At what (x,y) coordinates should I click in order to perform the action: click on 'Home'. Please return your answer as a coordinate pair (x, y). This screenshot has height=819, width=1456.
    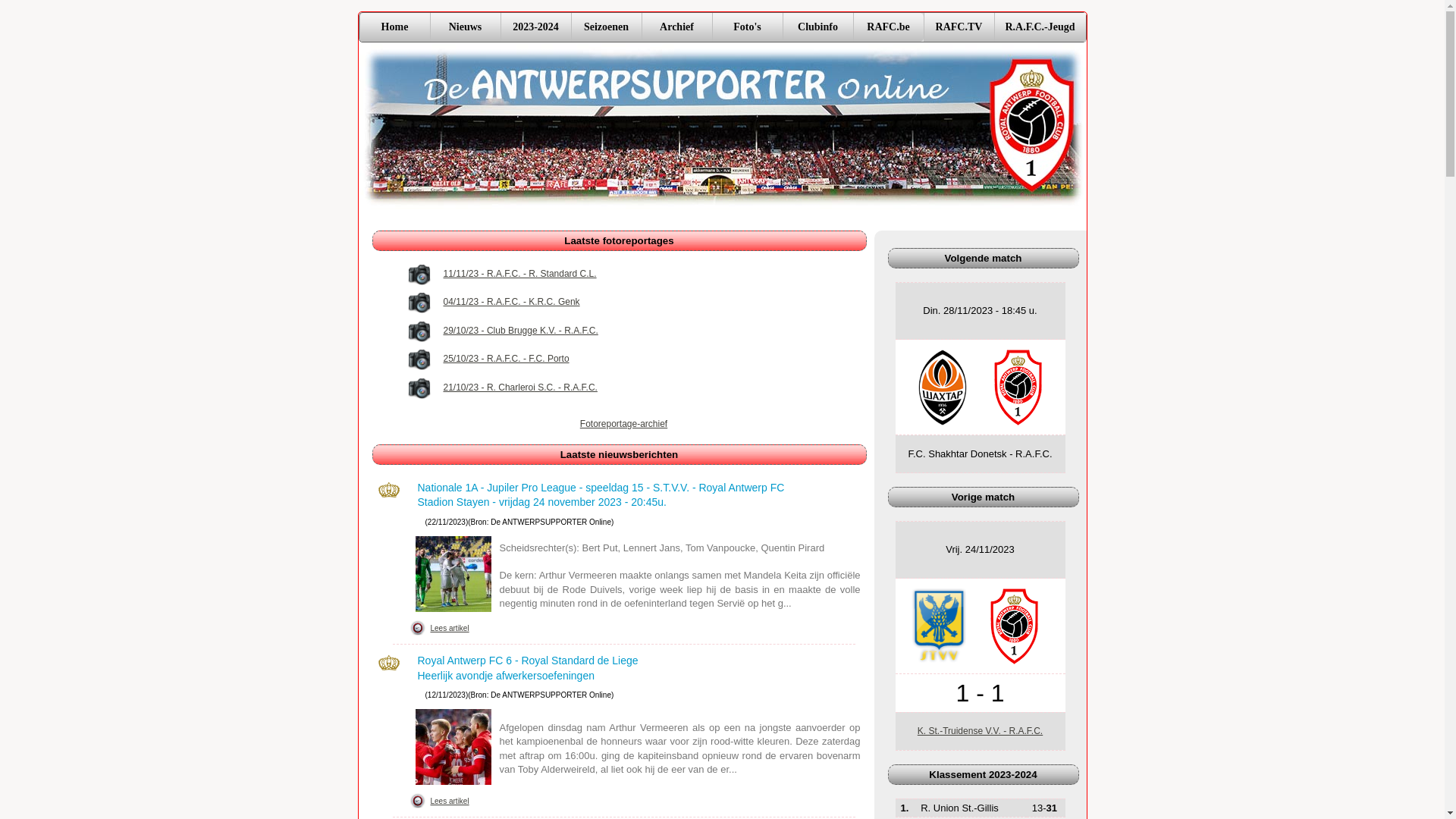
    Looking at the image, I should click on (359, 27).